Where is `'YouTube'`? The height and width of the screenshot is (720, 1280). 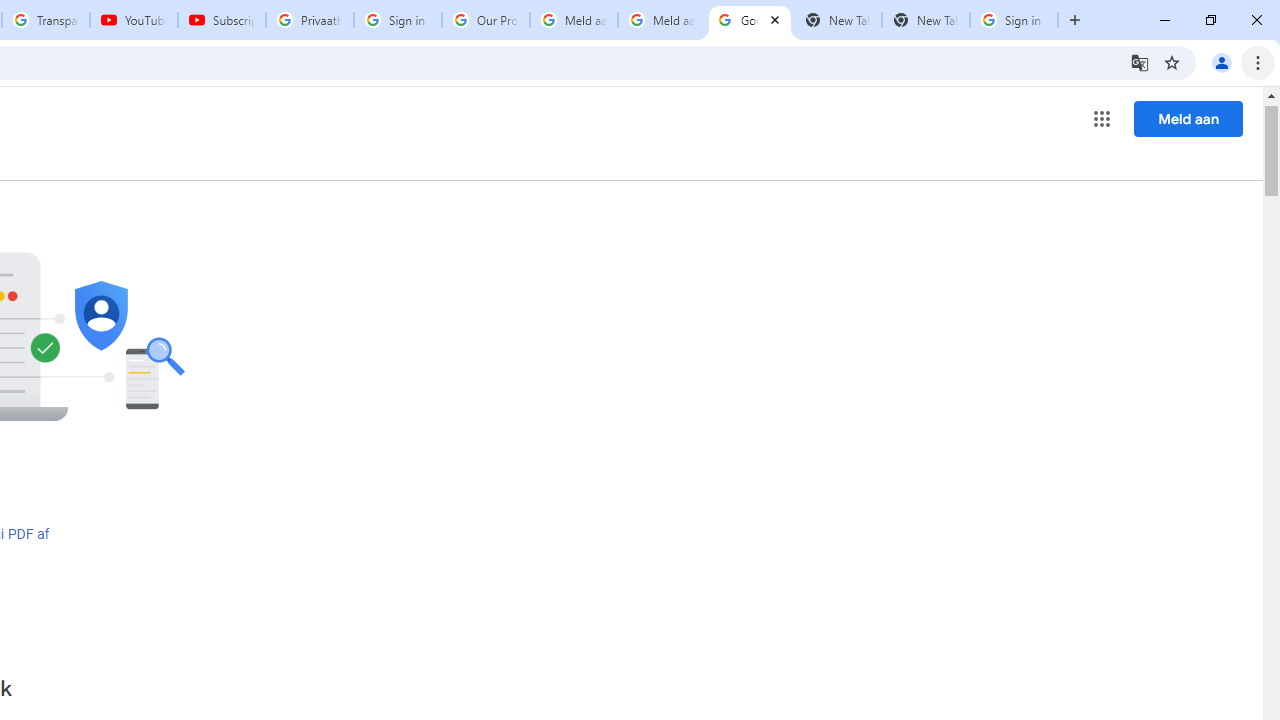 'YouTube' is located at coordinates (132, 20).